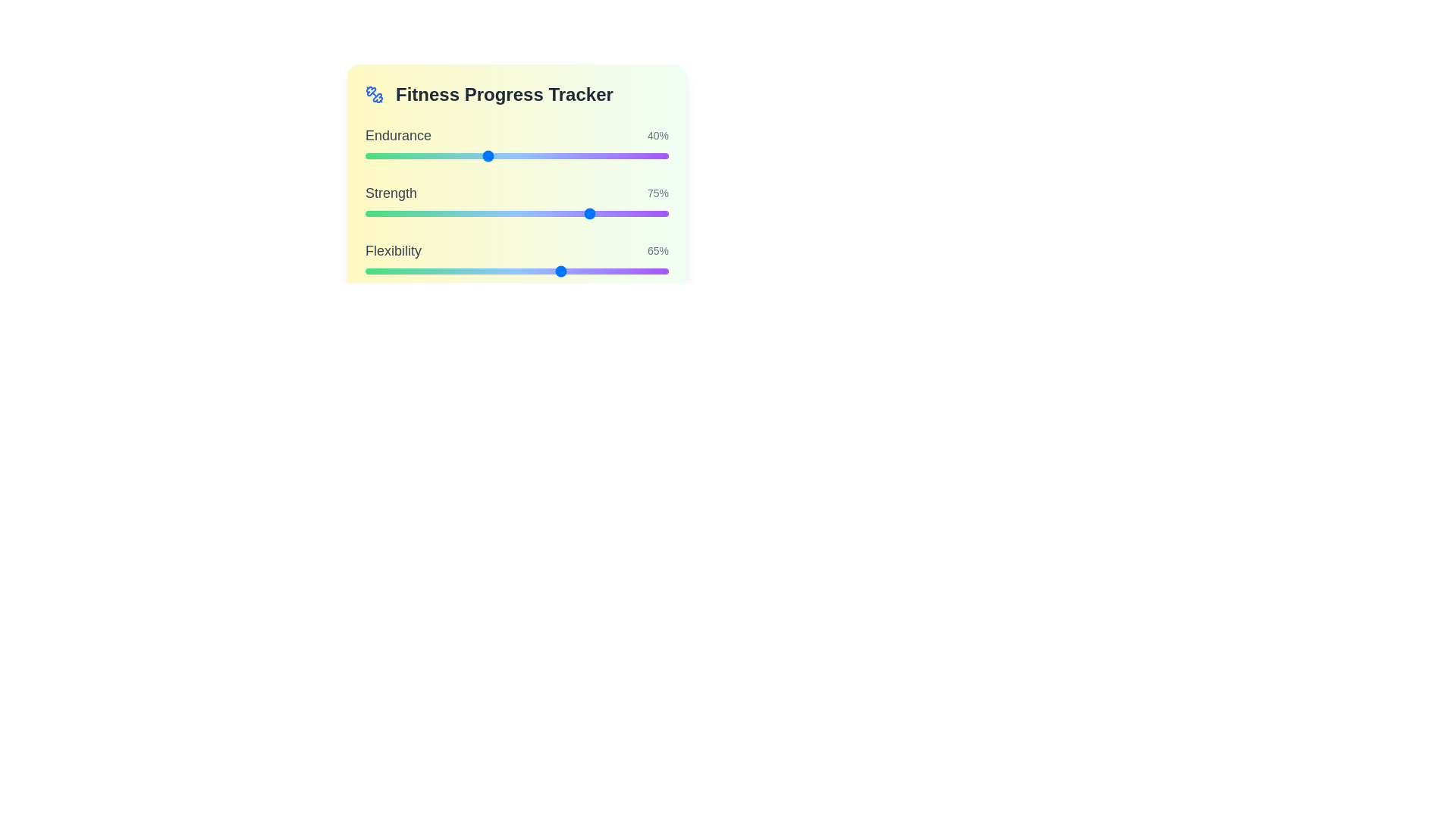  Describe the element at coordinates (549, 213) in the screenshot. I see `the slider value` at that location.